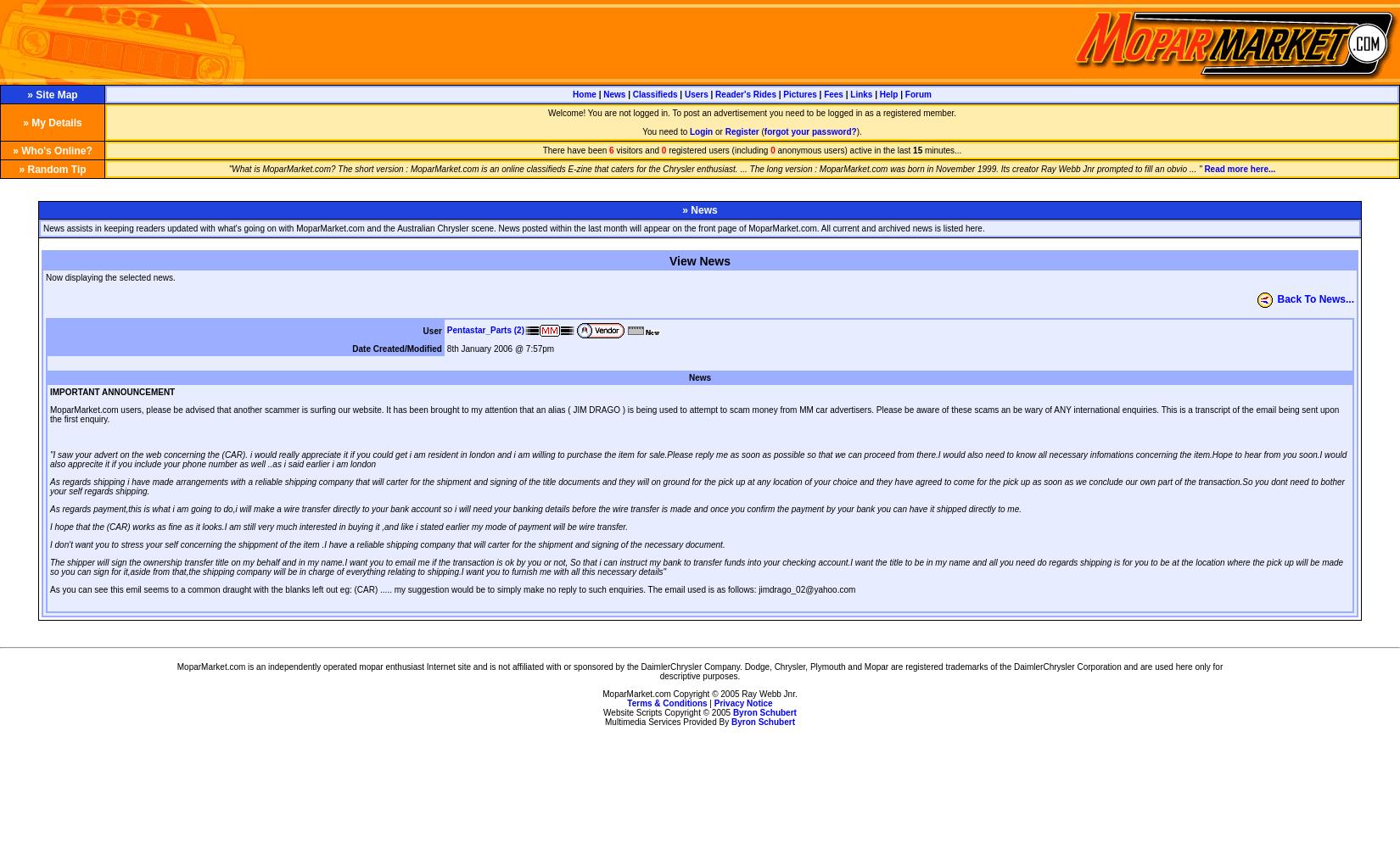  I want to click on 'Fees', so click(833, 93).